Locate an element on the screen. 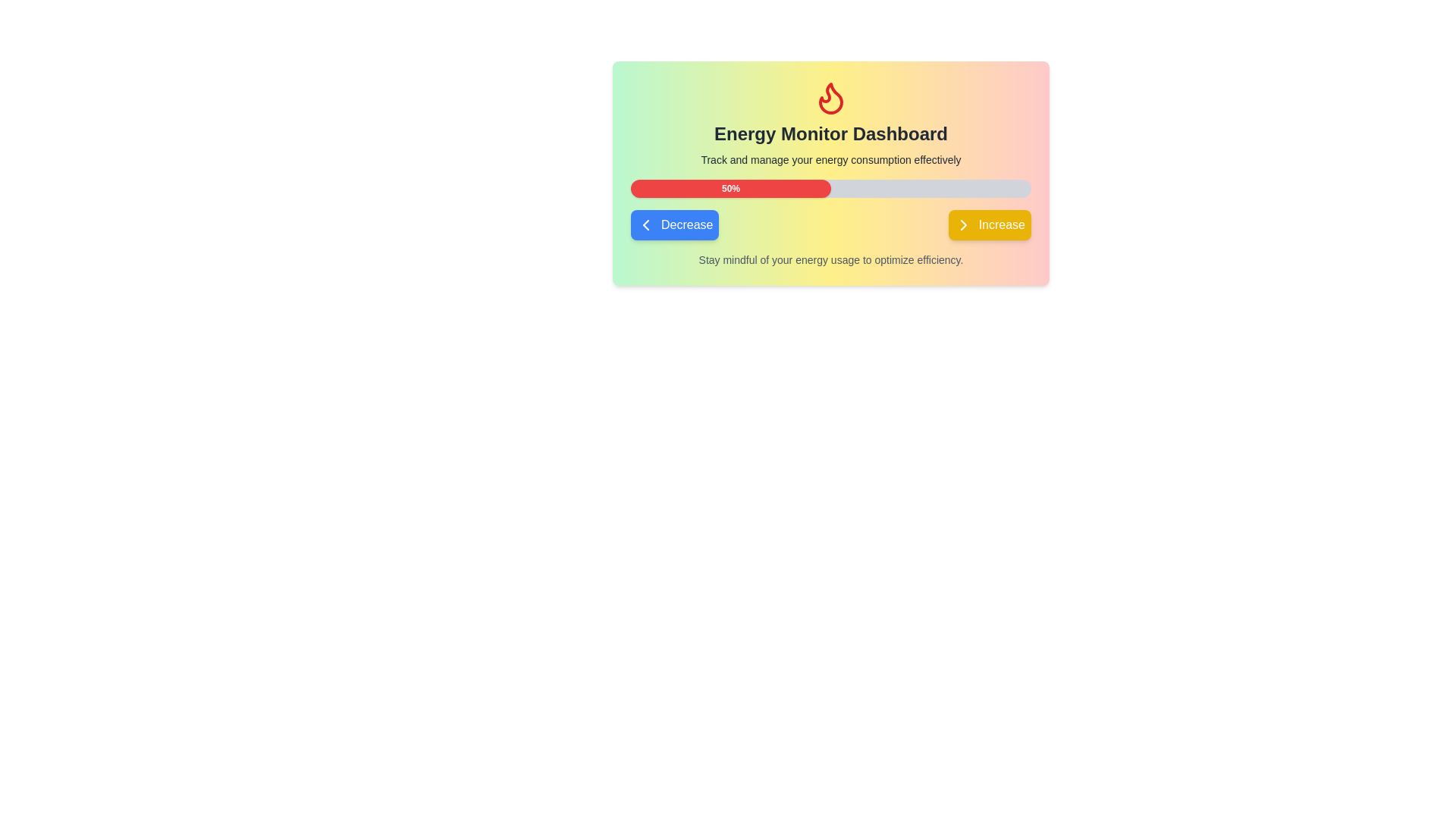 Image resolution: width=1456 pixels, height=819 pixels. the small left-pointing chevron icon located next to the button labeled 'Decrease' is located at coordinates (645, 225).